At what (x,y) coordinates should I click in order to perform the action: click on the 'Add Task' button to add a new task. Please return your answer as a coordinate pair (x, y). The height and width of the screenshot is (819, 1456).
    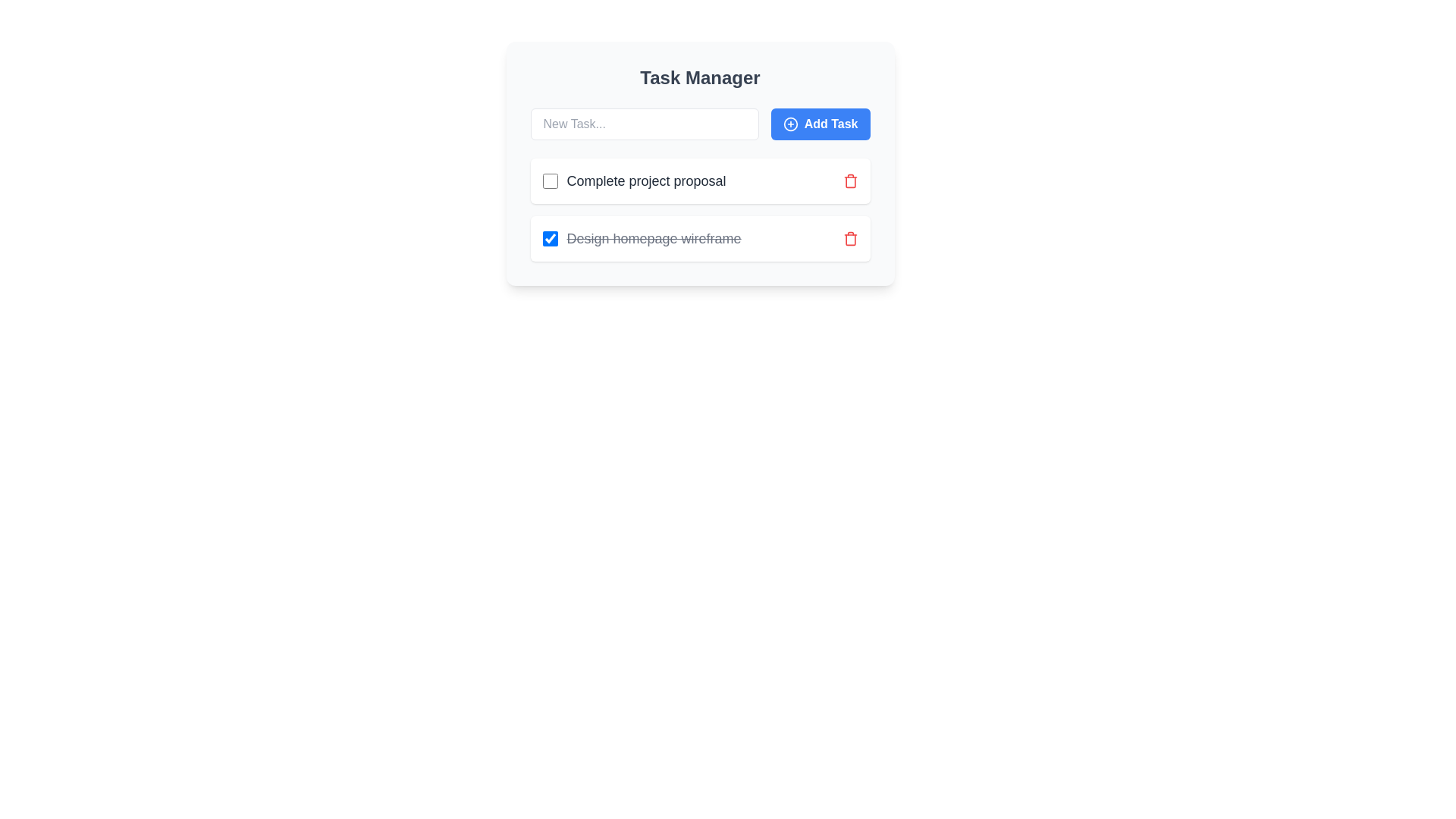
    Looking at the image, I should click on (819, 124).